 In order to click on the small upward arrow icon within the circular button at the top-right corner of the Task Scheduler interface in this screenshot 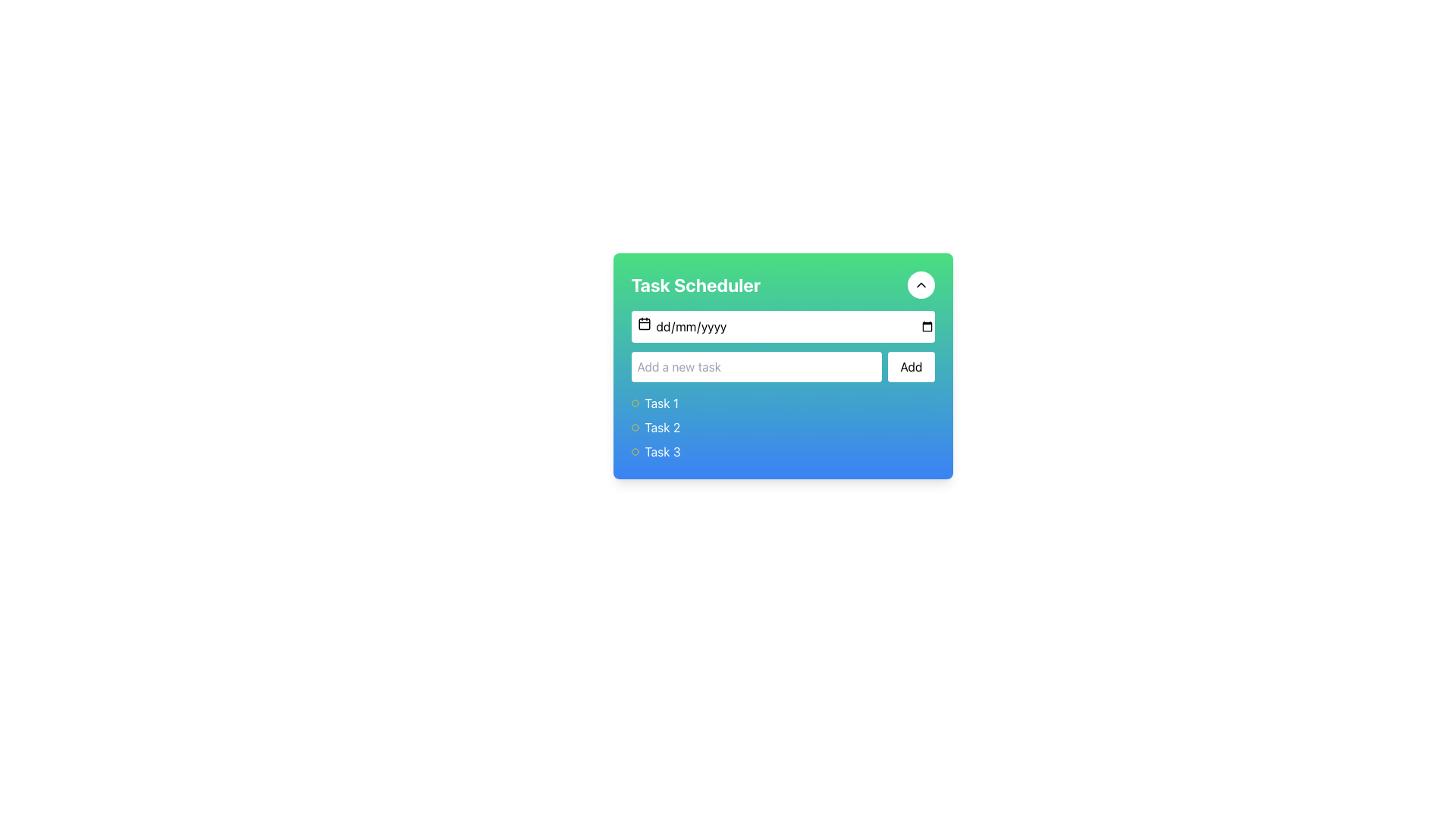, I will do `click(920, 284)`.